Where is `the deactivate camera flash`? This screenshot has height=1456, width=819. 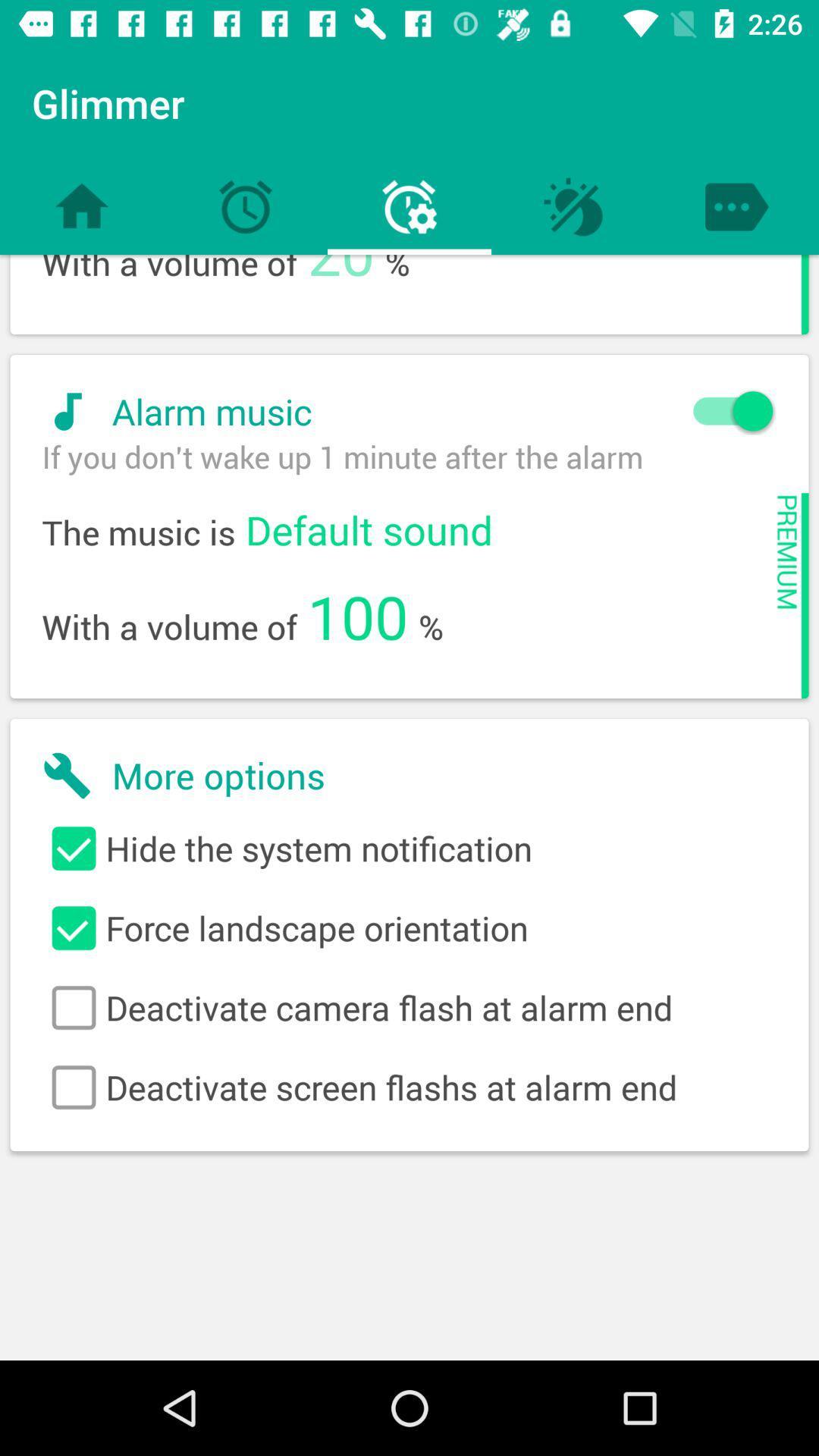
the deactivate camera flash is located at coordinates (409, 1008).